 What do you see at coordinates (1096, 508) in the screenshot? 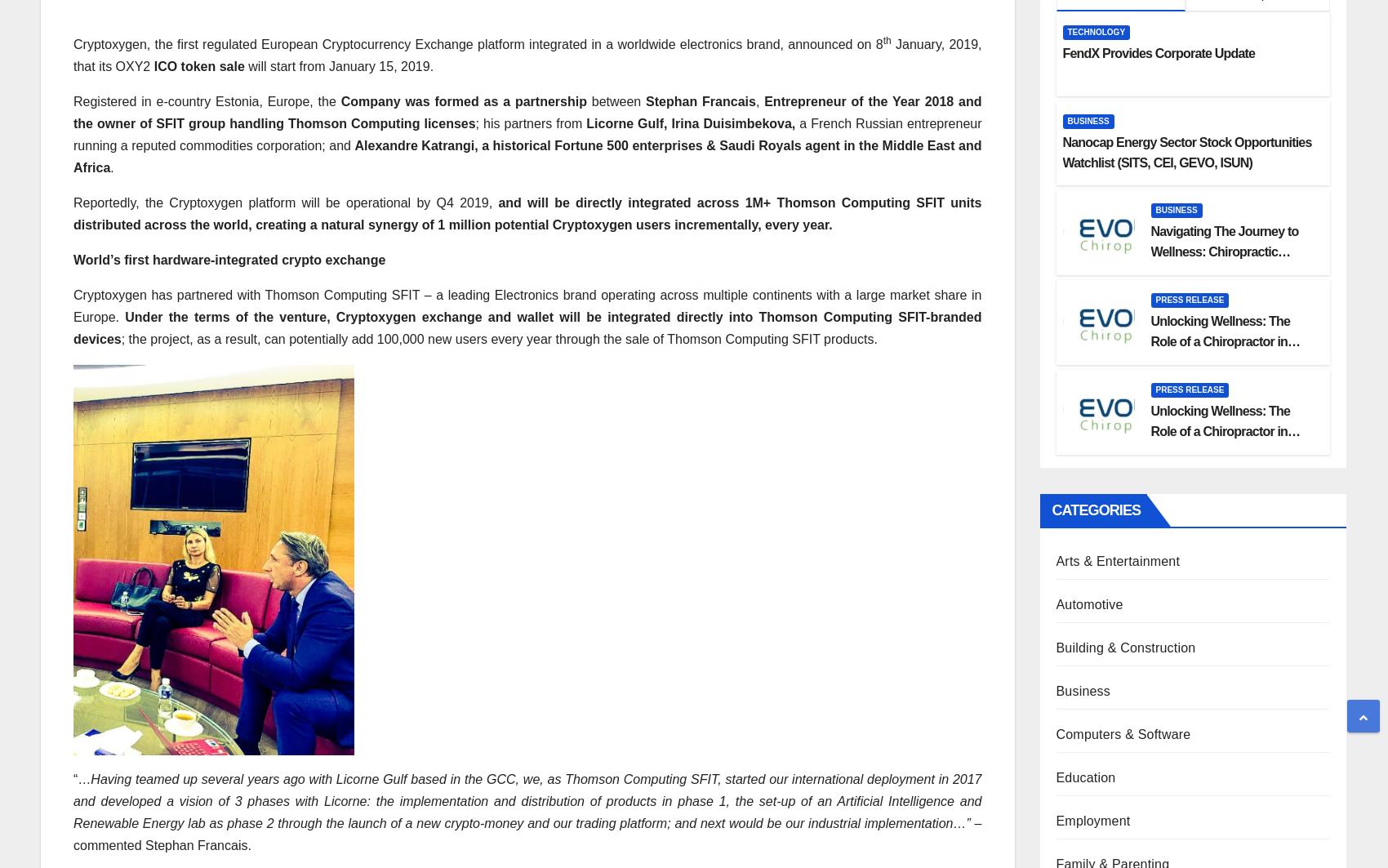
I see `'Categories'` at bounding box center [1096, 508].